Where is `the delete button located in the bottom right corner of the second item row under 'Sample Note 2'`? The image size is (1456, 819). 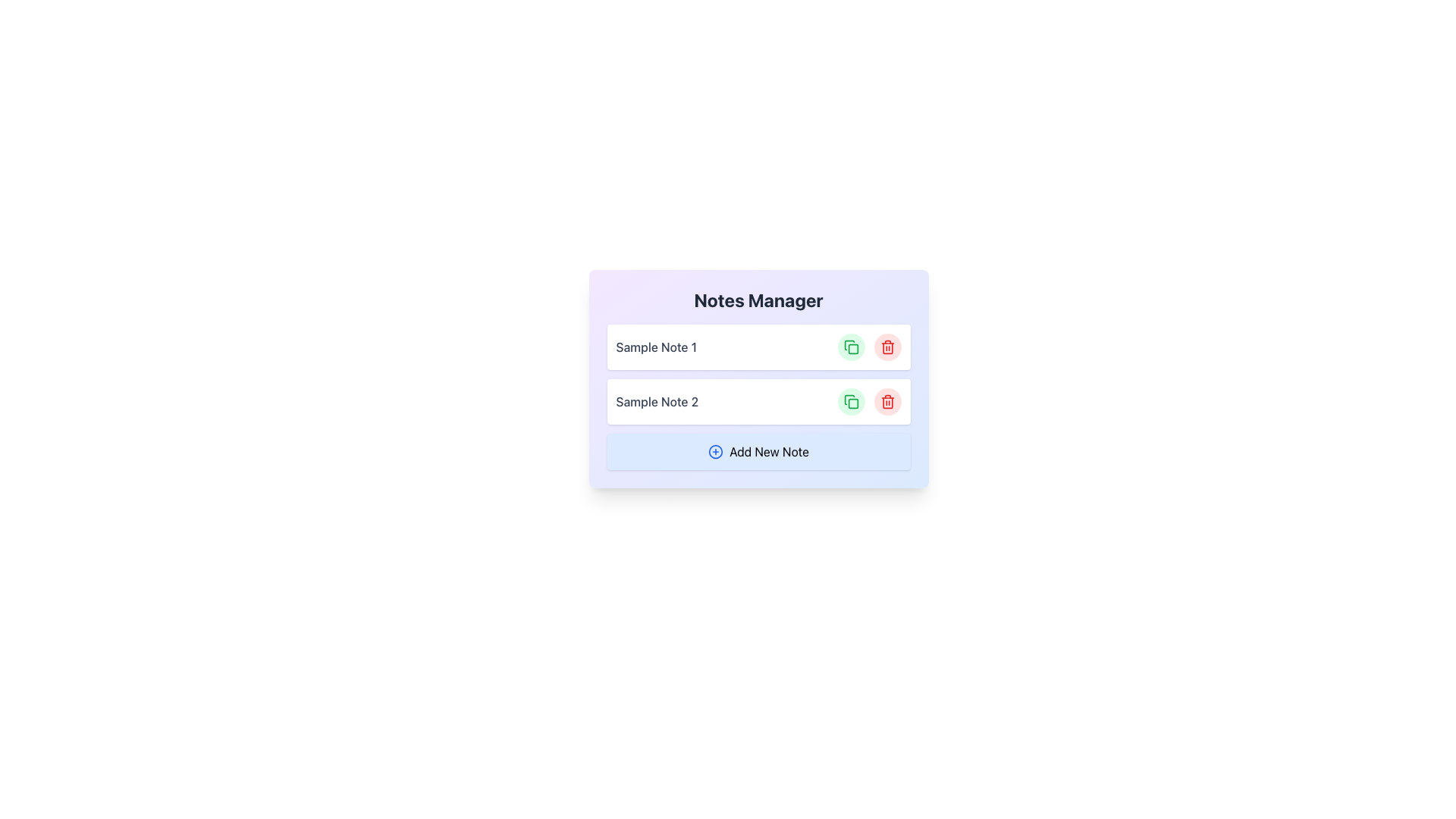 the delete button located in the bottom right corner of the second item row under 'Sample Note 2' is located at coordinates (887, 402).